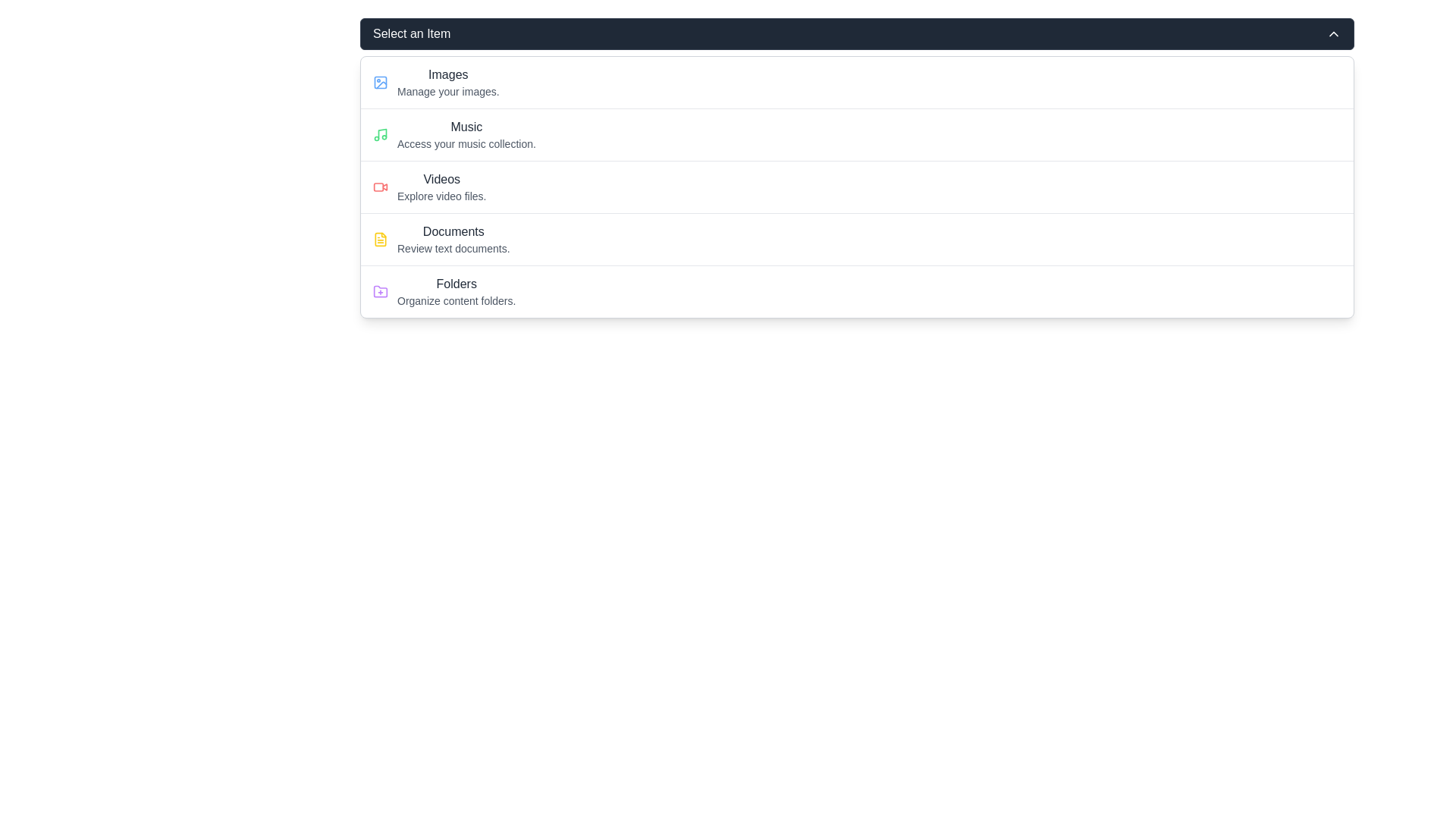 This screenshot has height=819, width=1456. I want to click on text of the 'Images' label, which is the first option under the 'Select an Item' menu, so click(447, 75).